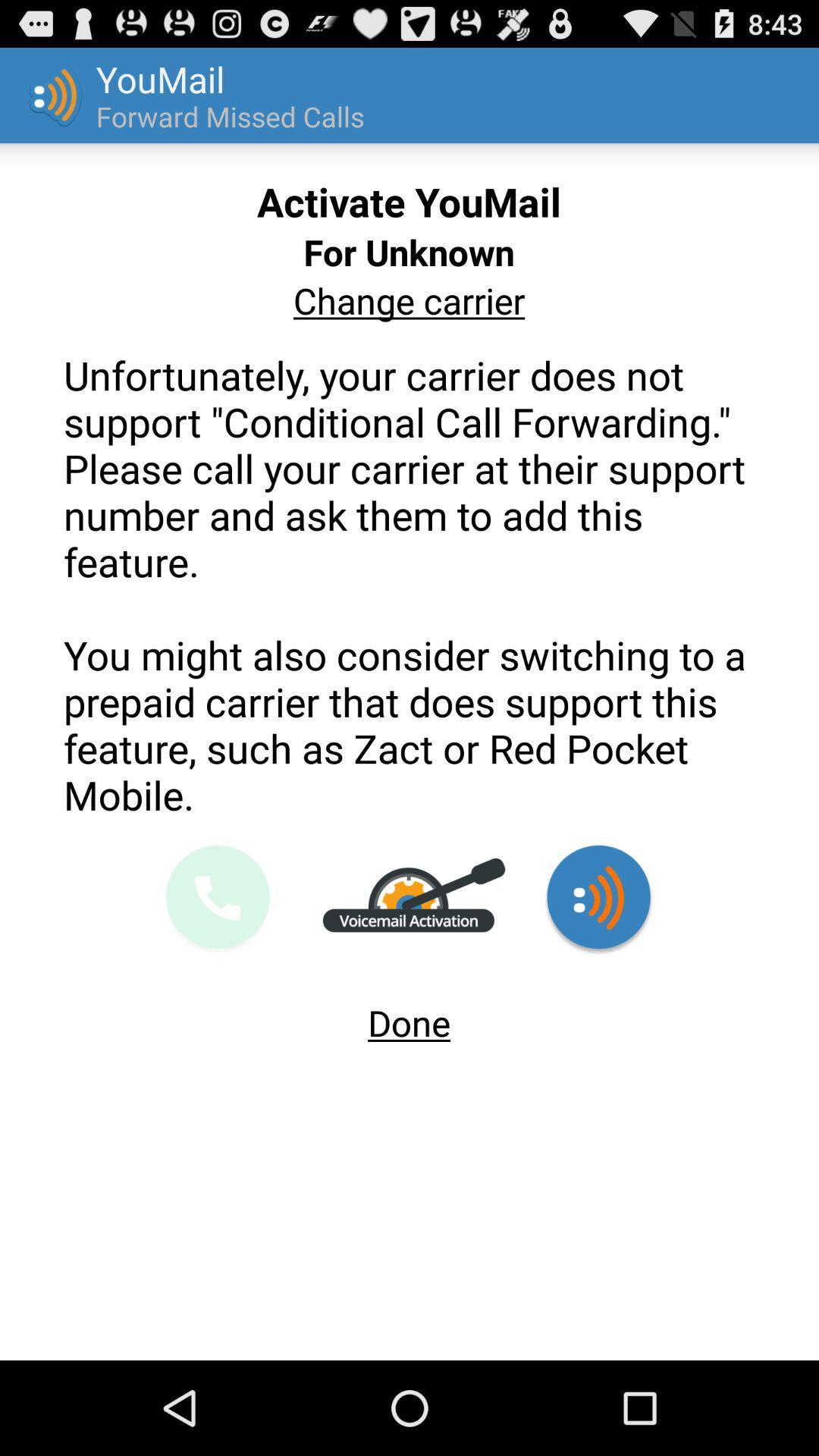 This screenshot has width=819, height=1456. I want to click on the done app, so click(408, 1016).